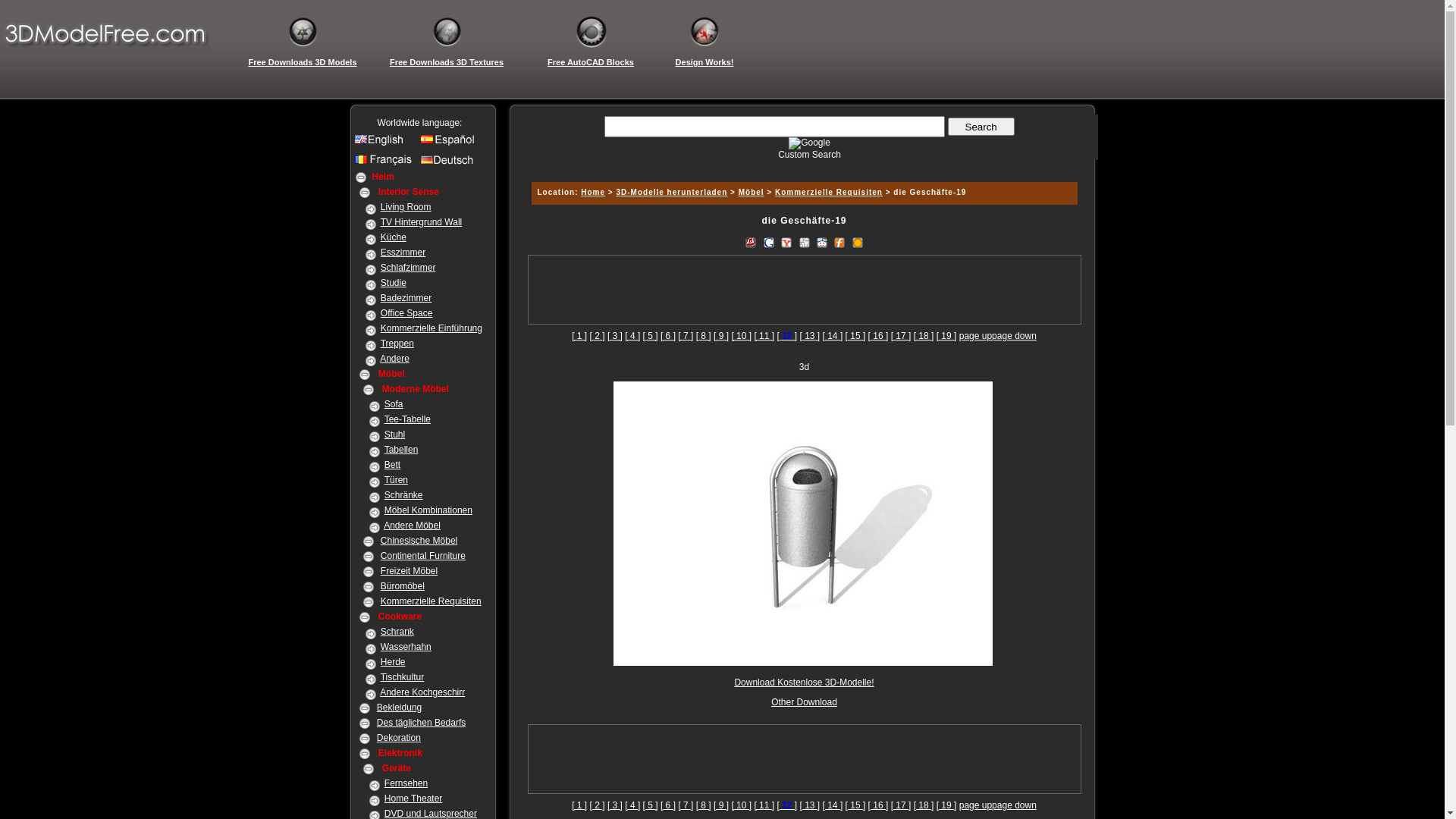 The width and height of the screenshot is (1456, 819). What do you see at coordinates (394, 359) in the screenshot?
I see `'Andere'` at bounding box center [394, 359].